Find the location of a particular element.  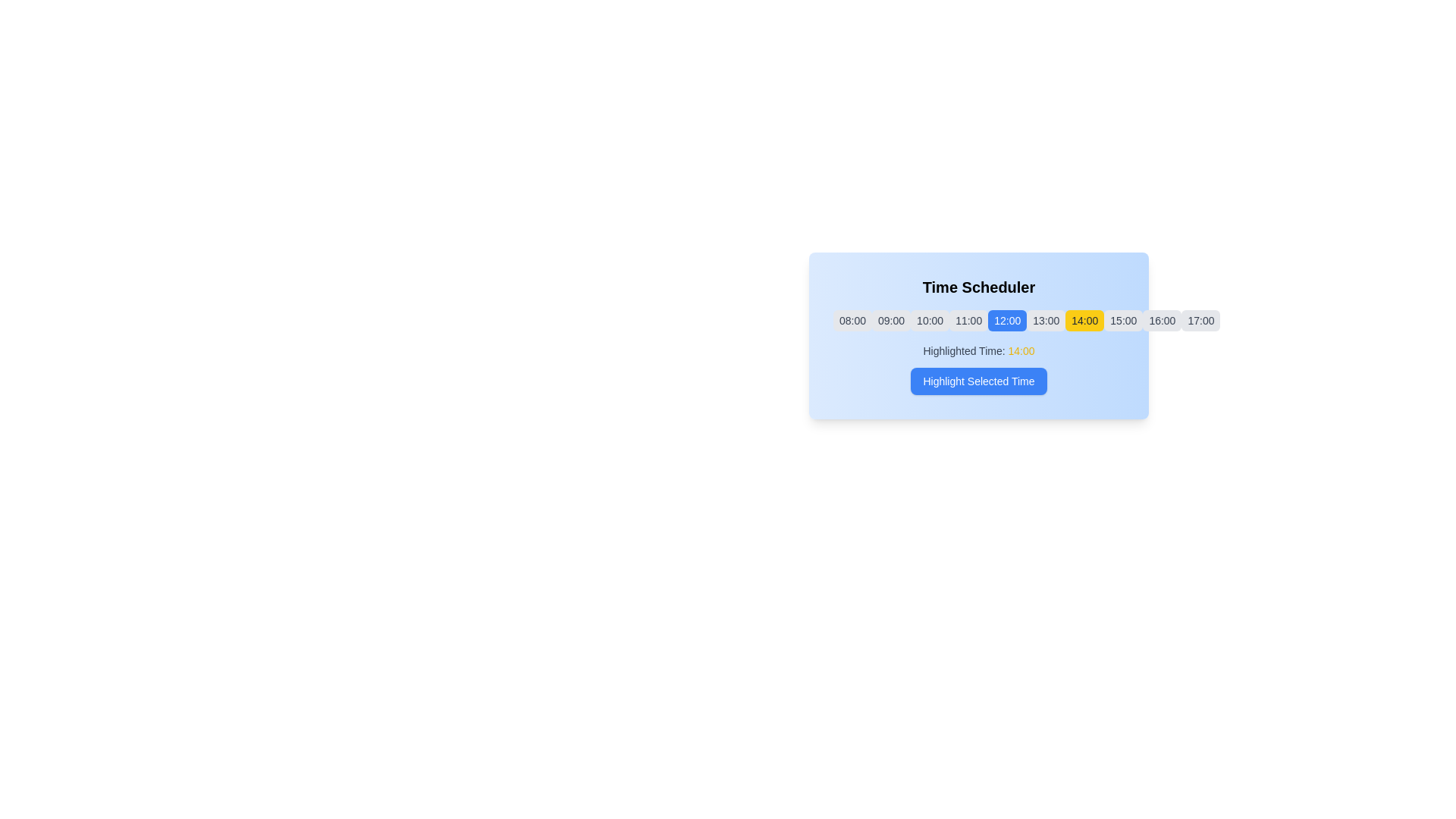

the 'Time Scheduler' text label, which is a bold heading centered at the top of a card-style panel with a blue gradient background is located at coordinates (979, 287).